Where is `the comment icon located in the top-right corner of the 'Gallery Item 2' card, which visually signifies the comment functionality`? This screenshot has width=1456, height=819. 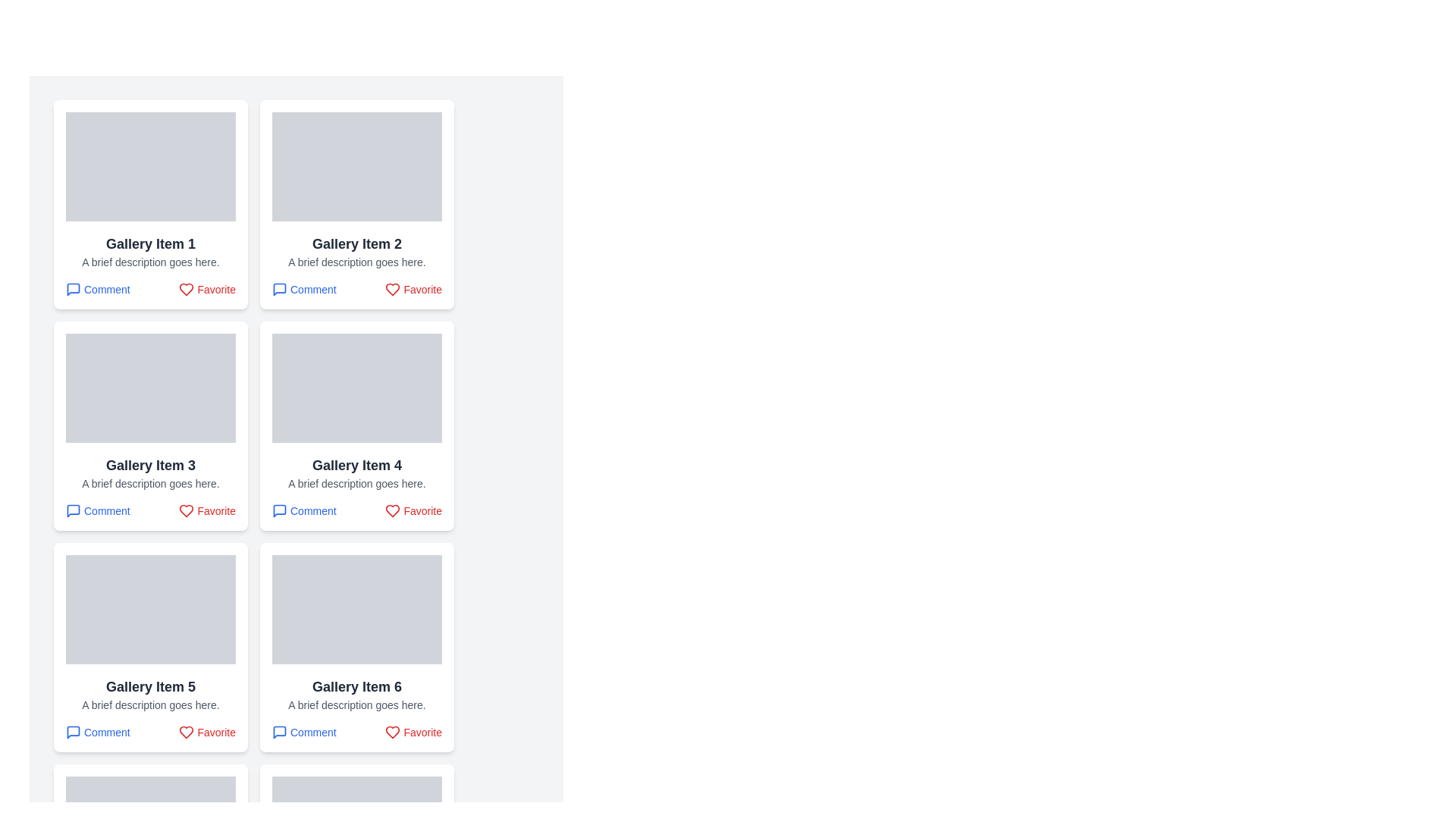 the comment icon located in the top-right corner of the 'Gallery Item 2' card, which visually signifies the comment functionality is located at coordinates (280, 289).